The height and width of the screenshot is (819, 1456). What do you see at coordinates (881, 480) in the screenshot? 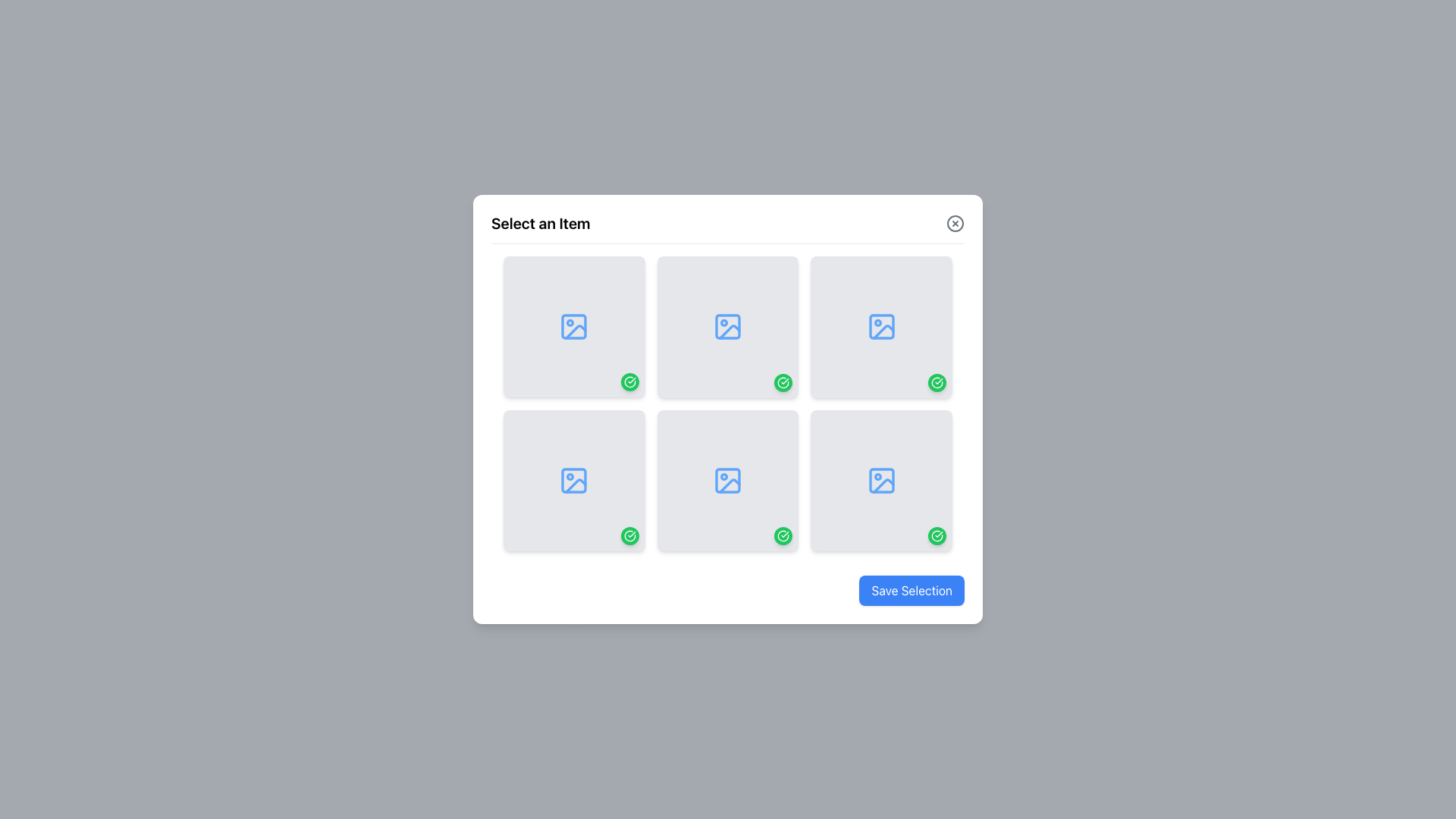
I see `the top-left rectangle element representing the border of the icon in the sixth box of a 3x2 grid layout` at bounding box center [881, 480].